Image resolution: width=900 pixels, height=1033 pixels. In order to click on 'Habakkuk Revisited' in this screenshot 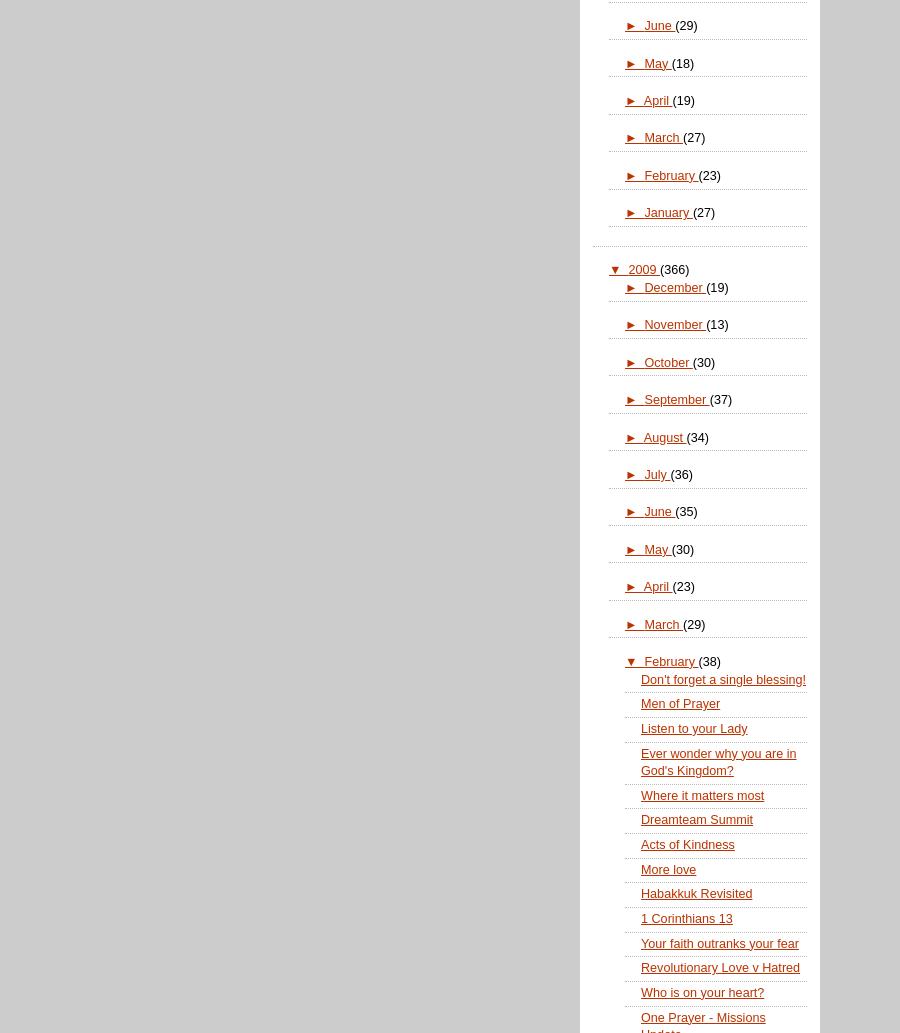, I will do `click(695, 892)`.